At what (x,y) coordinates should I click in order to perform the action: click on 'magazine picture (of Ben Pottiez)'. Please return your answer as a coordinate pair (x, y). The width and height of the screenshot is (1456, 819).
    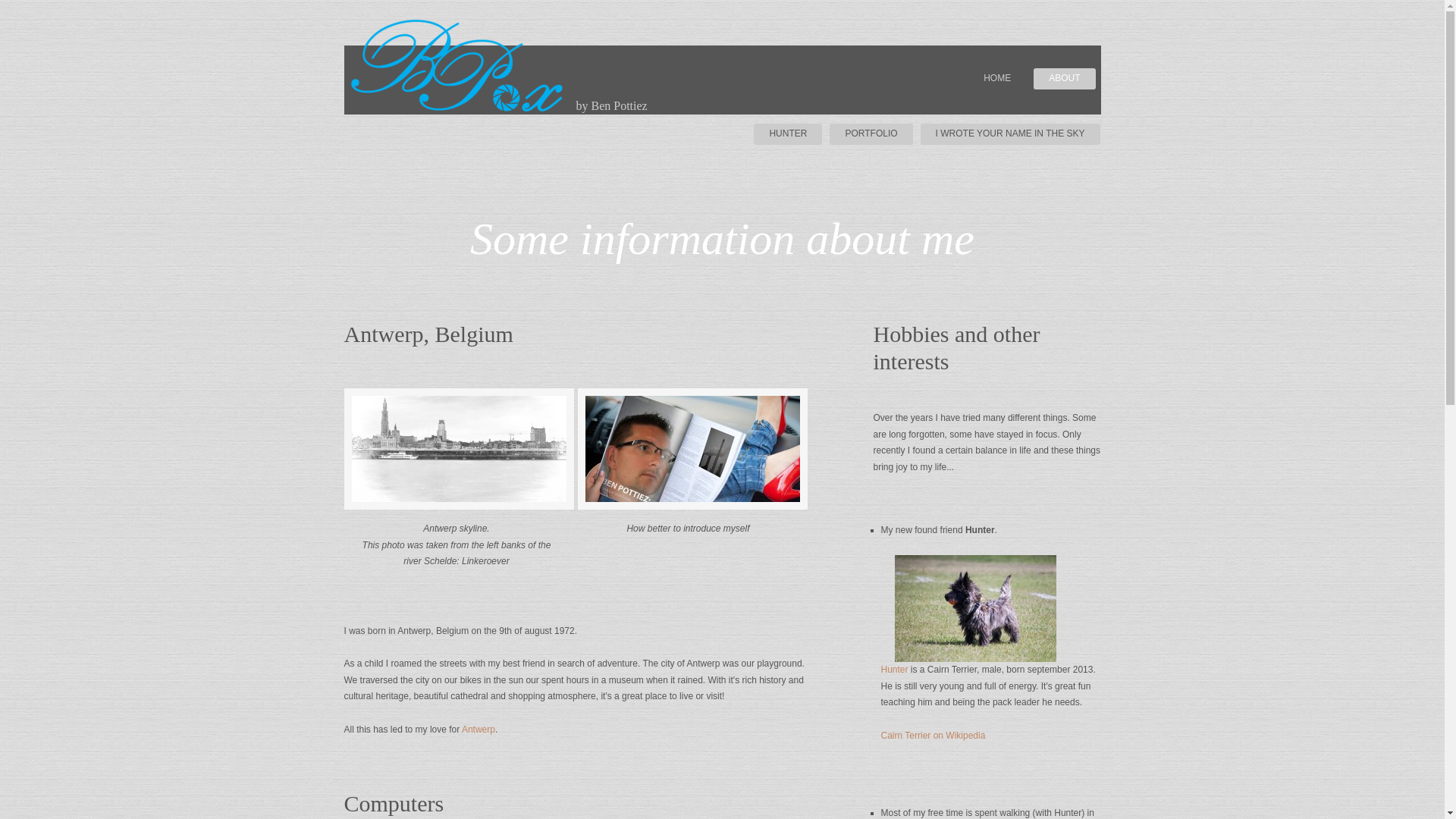
    Looking at the image, I should click on (692, 447).